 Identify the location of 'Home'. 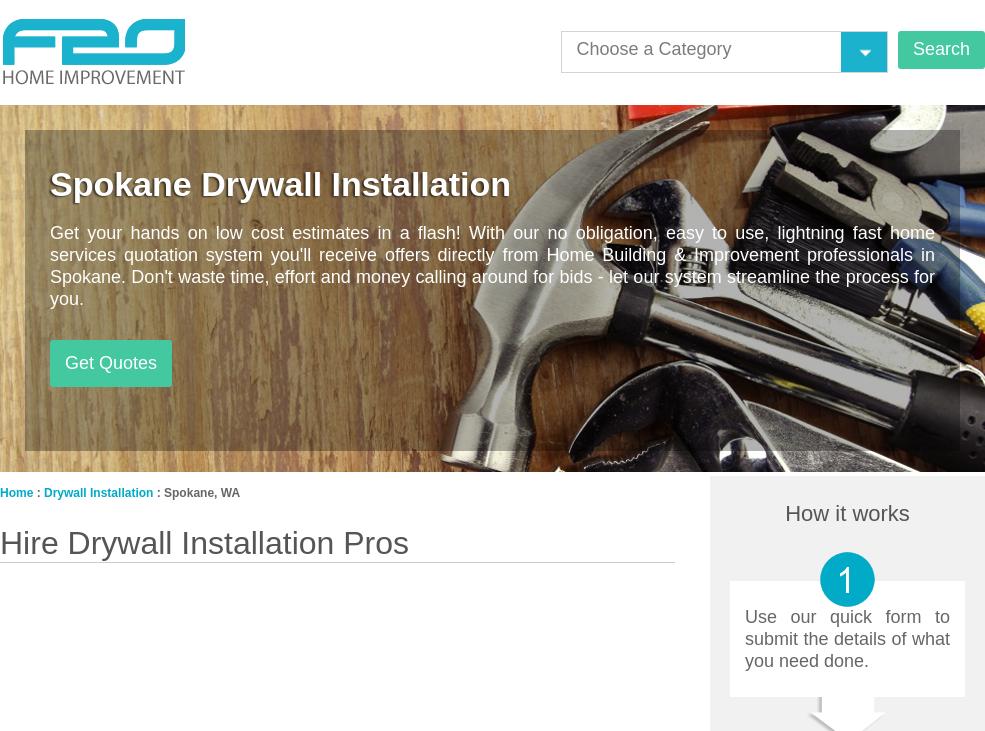
(15, 491).